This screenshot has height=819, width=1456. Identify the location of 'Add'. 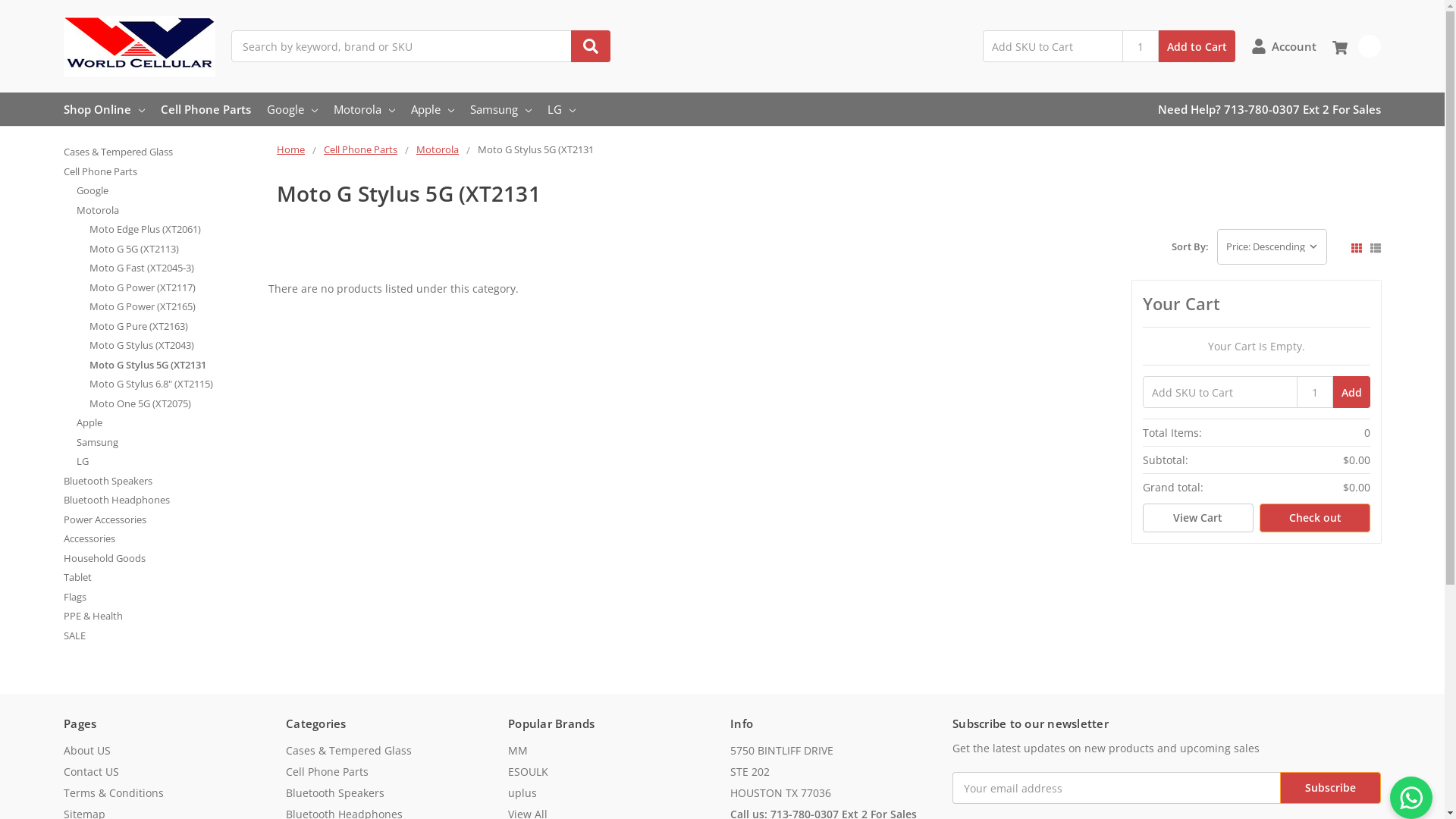
(1351, 391).